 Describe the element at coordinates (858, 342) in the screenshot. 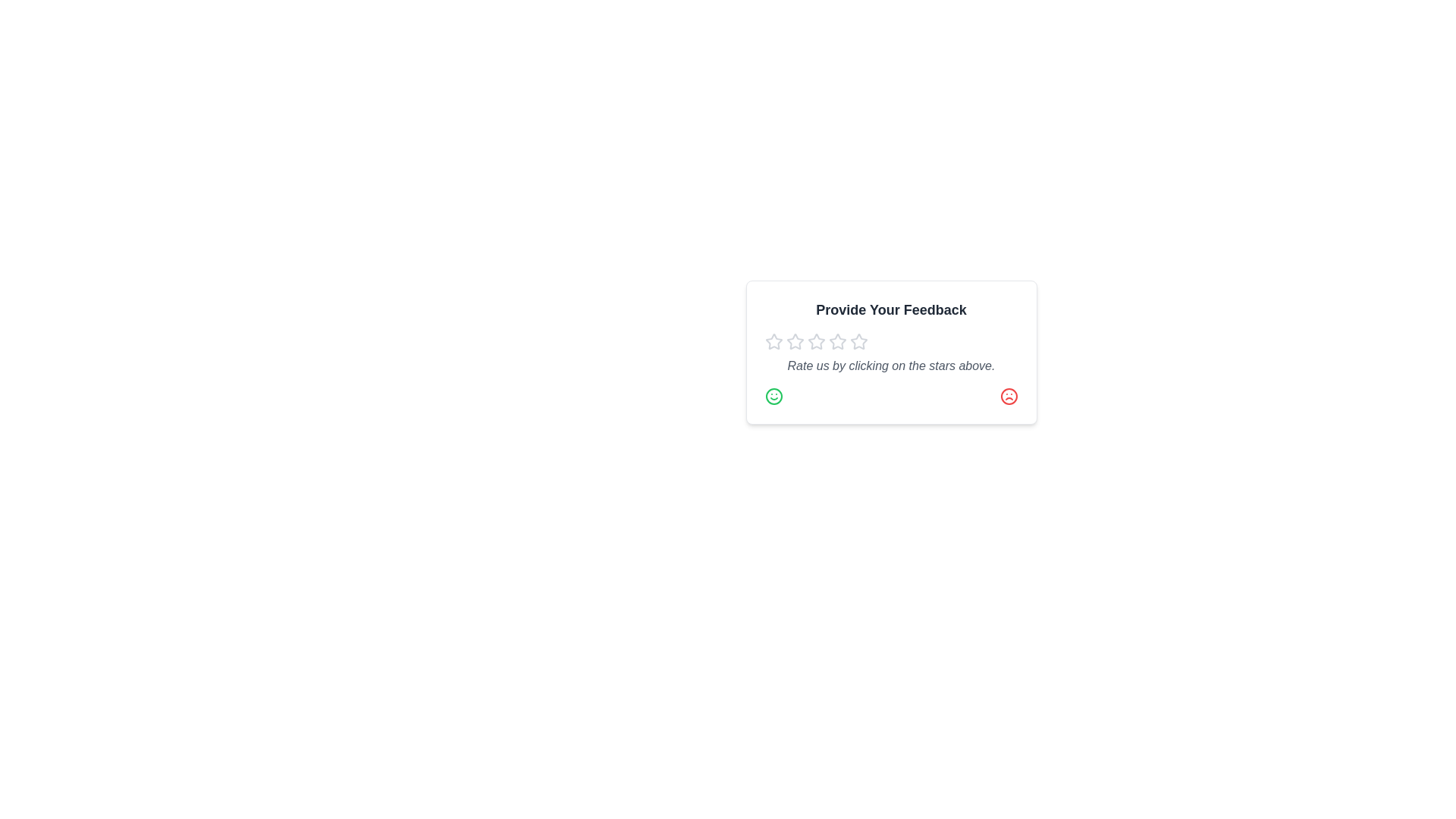

I see `the fifth star rating icon in the feedback interface by moving the cursor to its center point` at that location.